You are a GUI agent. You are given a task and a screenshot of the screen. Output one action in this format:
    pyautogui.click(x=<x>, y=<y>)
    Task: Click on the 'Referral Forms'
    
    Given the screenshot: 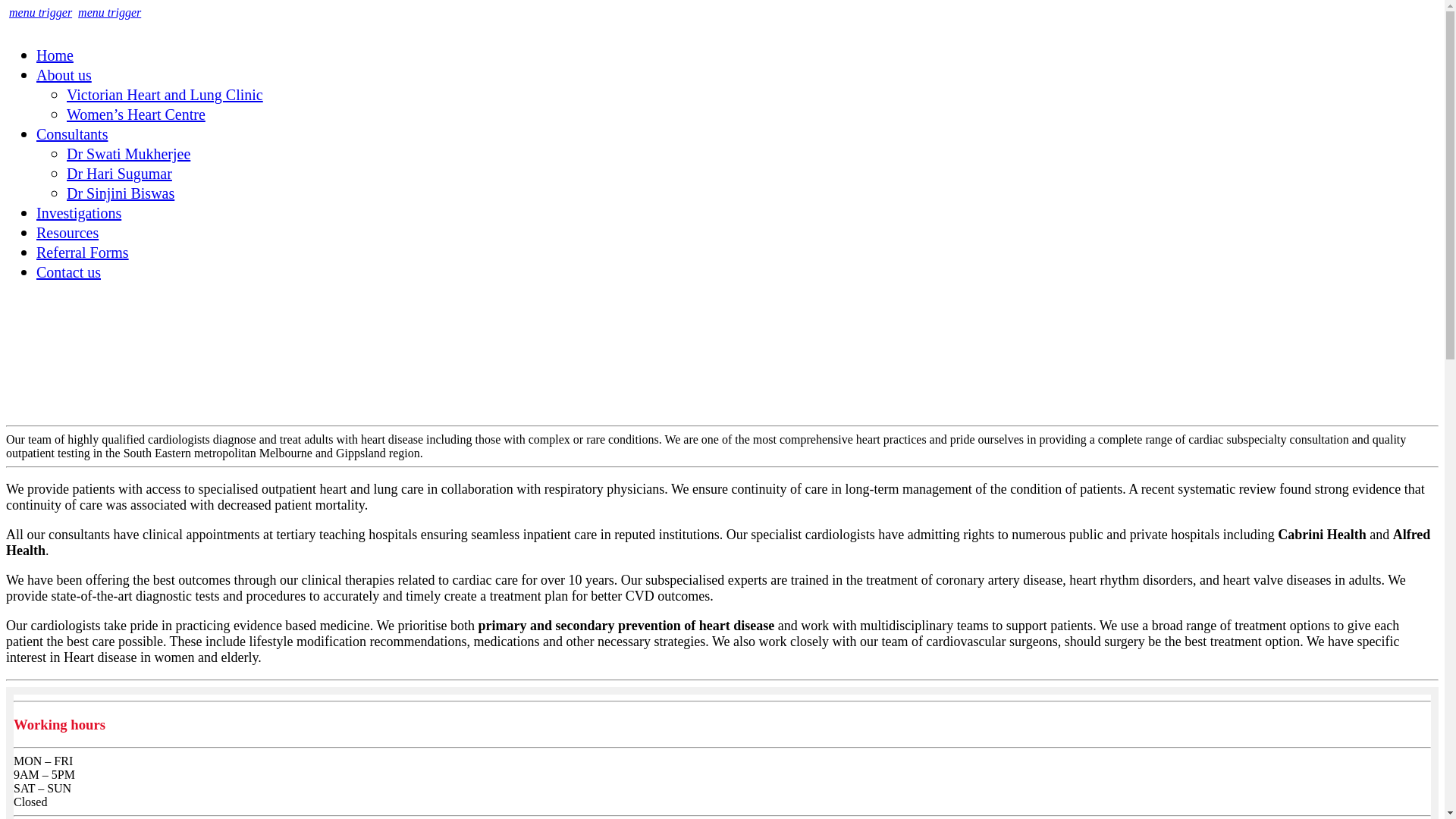 What is the action you would take?
    pyautogui.click(x=82, y=251)
    